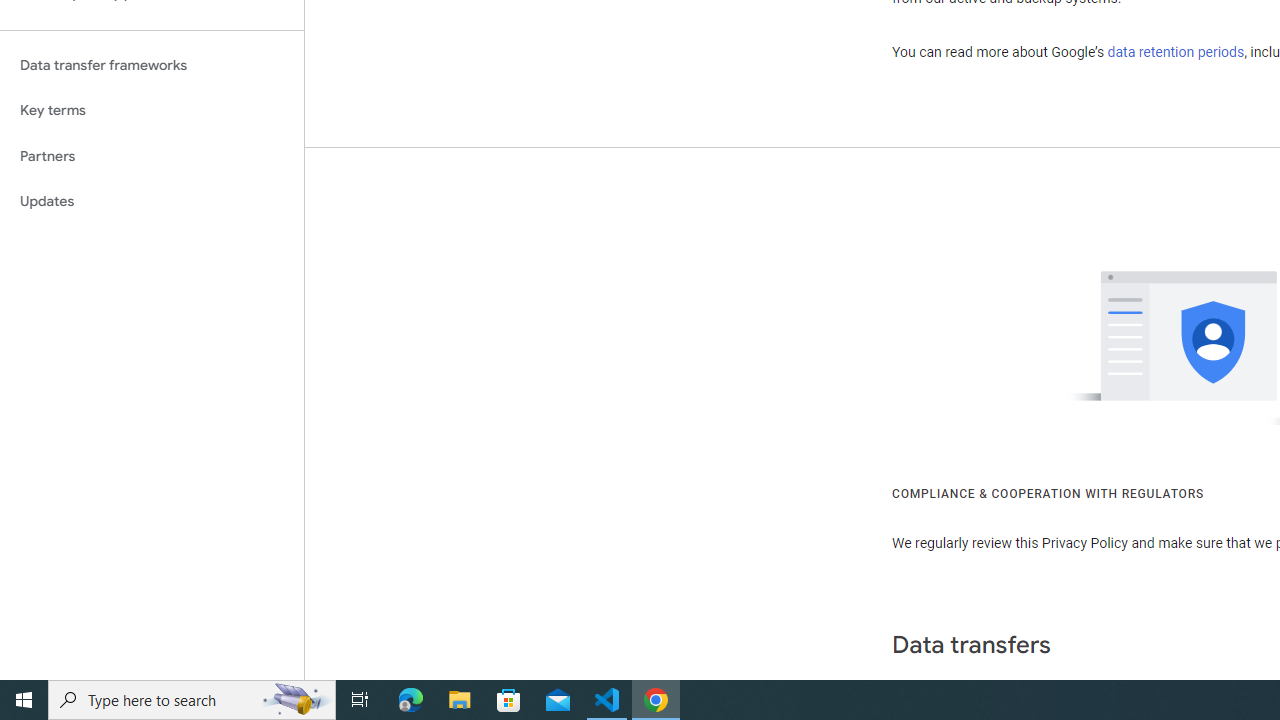 The image size is (1280, 720). Describe the element at coordinates (151, 64) in the screenshot. I see `'Data transfer frameworks'` at that location.